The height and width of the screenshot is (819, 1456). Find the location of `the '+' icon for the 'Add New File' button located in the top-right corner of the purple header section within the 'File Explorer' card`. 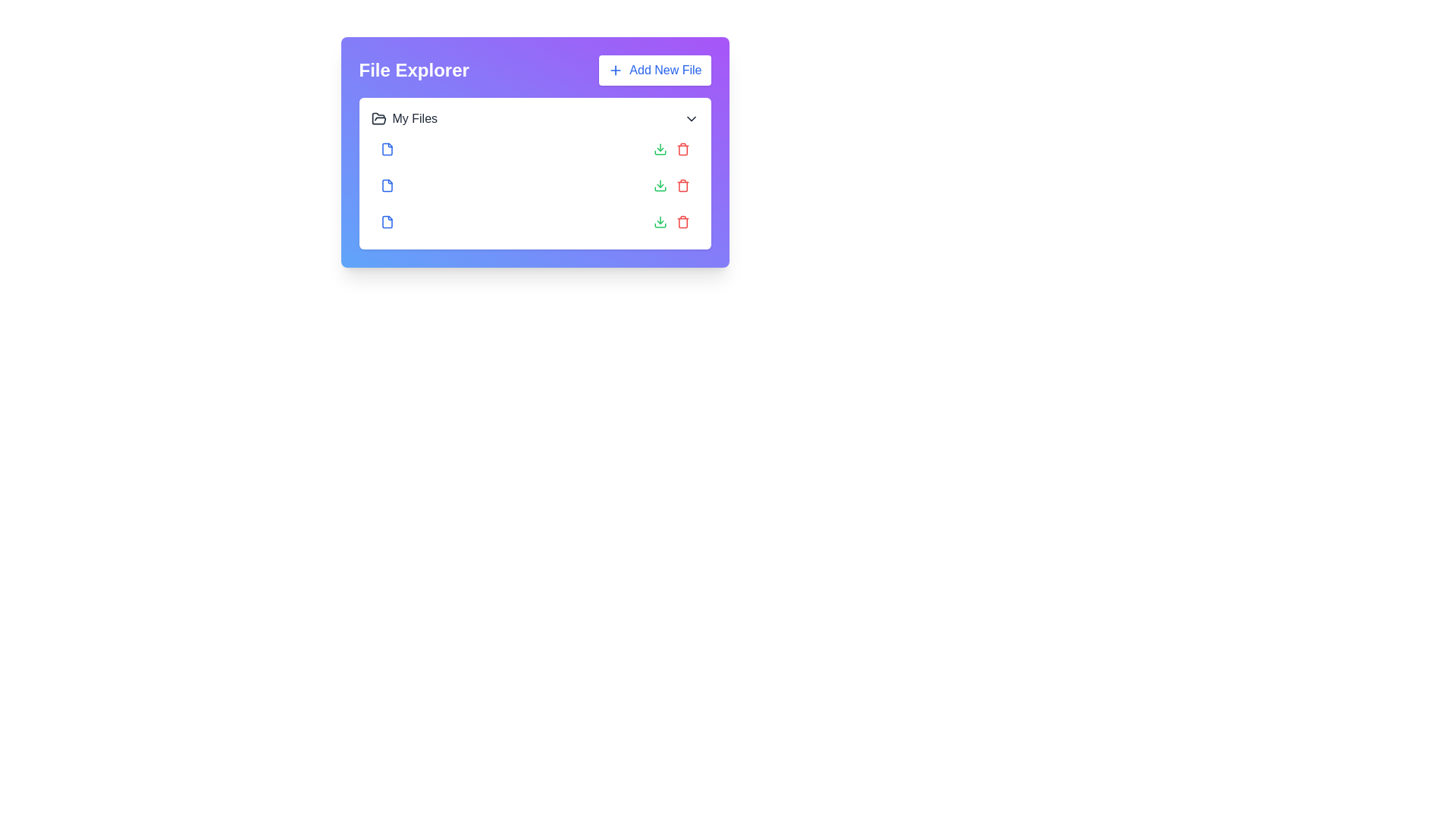

the '+' icon for the 'Add New File' button located in the top-right corner of the purple header section within the 'File Explorer' card is located at coordinates (616, 70).